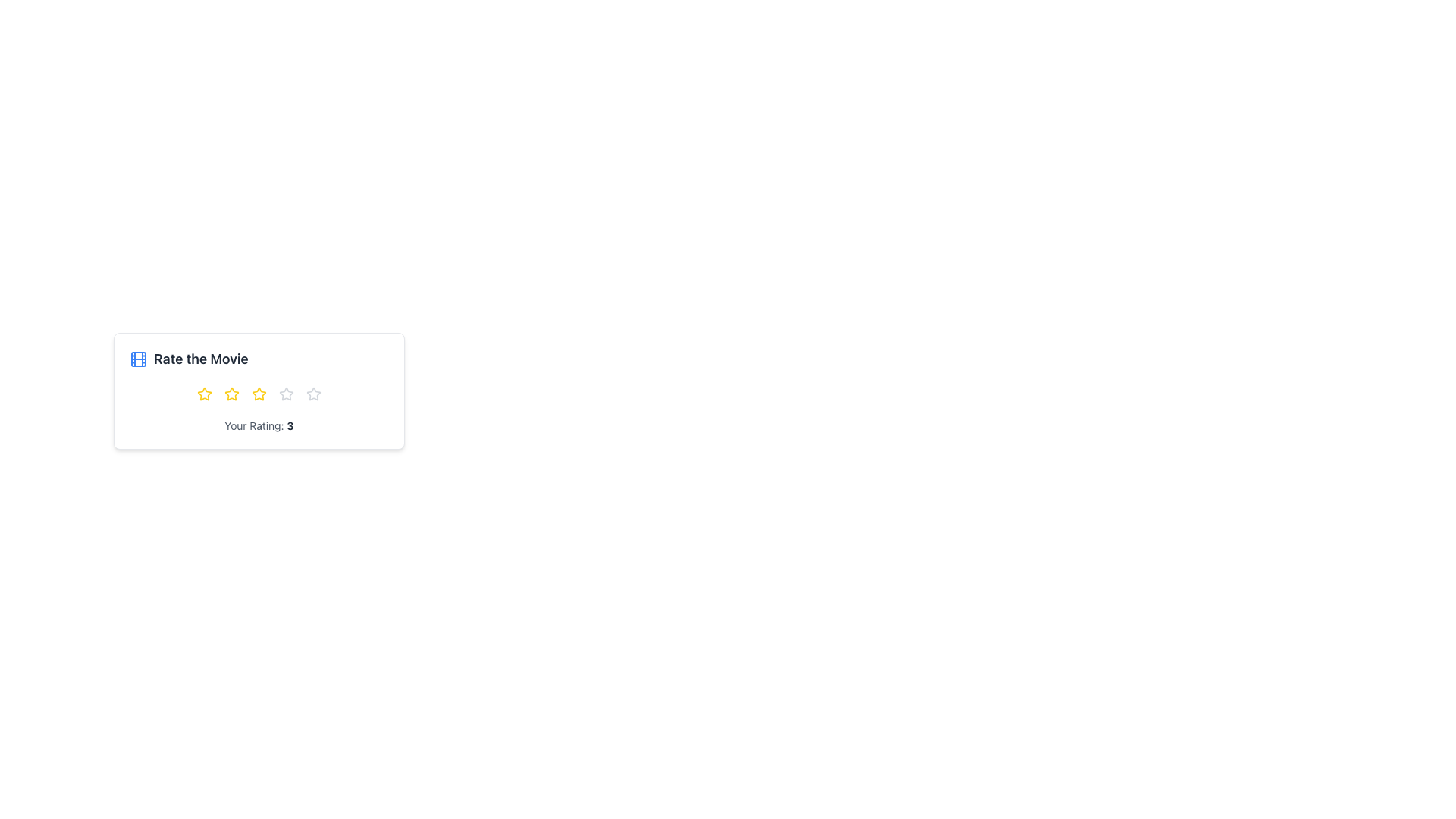 The width and height of the screenshot is (1456, 819). What do you see at coordinates (259, 426) in the screenshot?
I see `the informative text label that displays the current selected rating value, located at the bottom-center of the 'Rate the Movie' card component` at bounding box center [259, 426].